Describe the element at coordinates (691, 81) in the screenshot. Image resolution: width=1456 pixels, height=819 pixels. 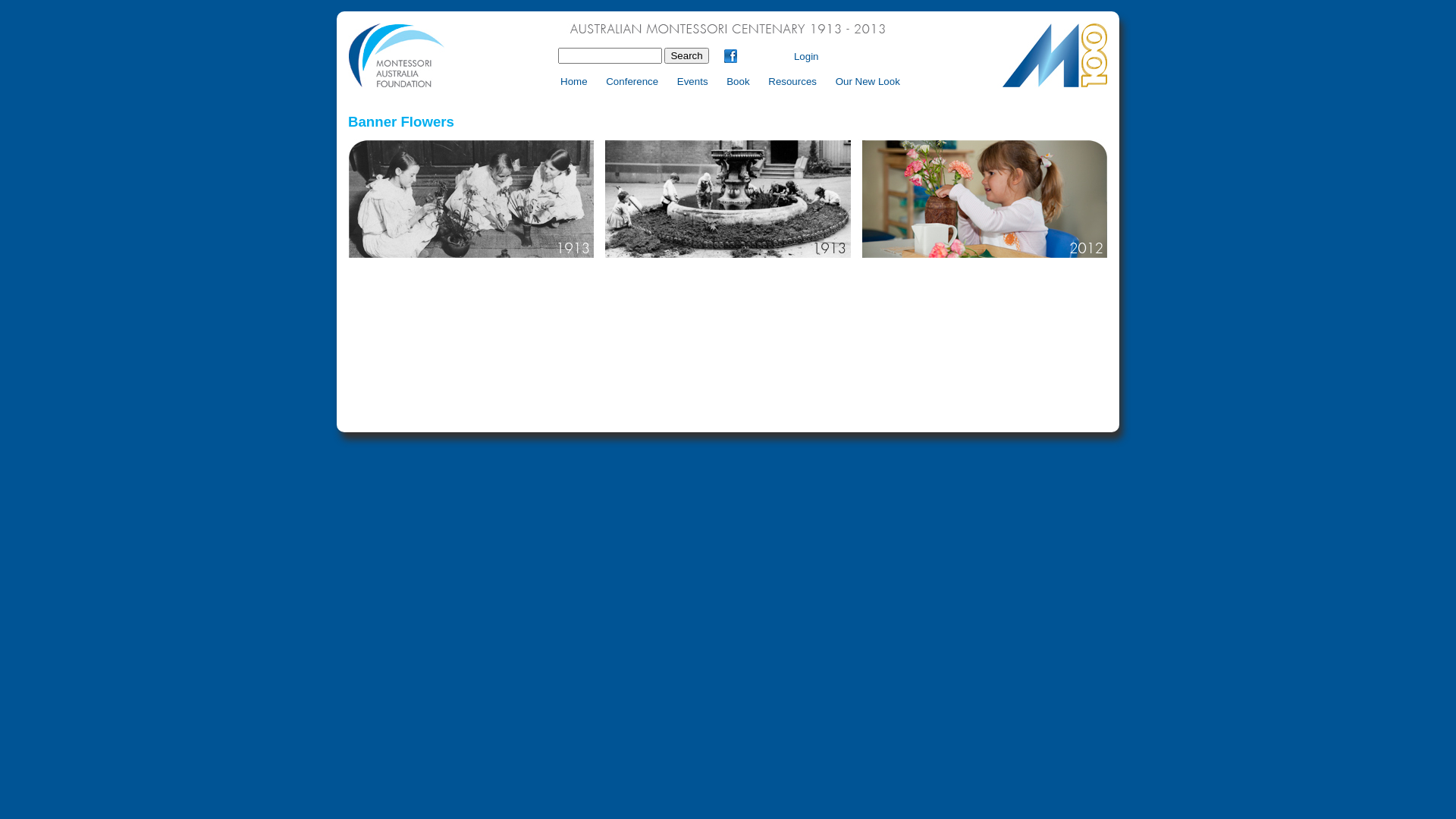
I see `'Events'` at that location.